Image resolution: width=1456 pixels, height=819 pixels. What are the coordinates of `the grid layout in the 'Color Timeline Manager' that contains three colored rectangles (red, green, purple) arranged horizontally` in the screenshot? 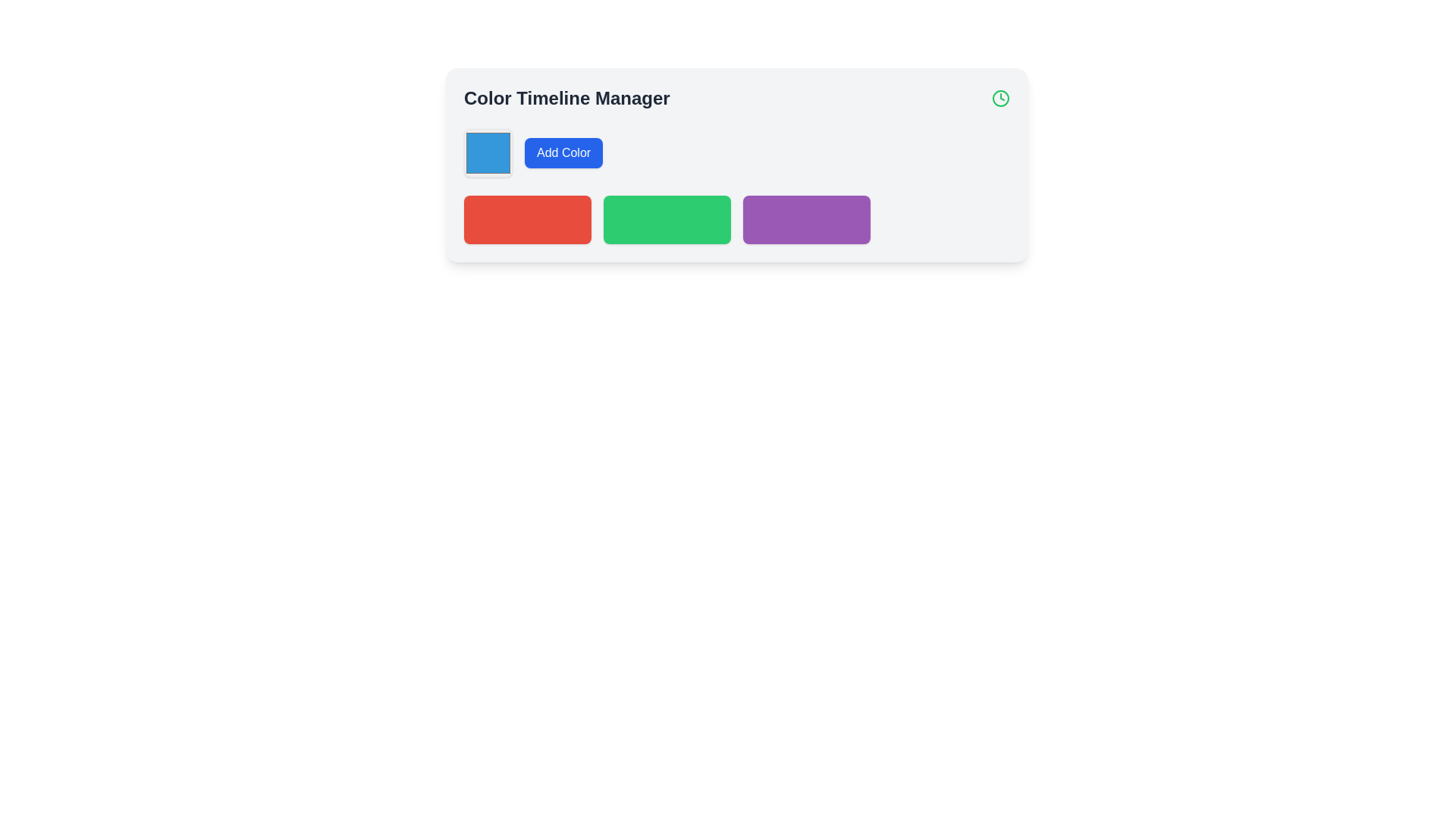 It's located at (736, 219).